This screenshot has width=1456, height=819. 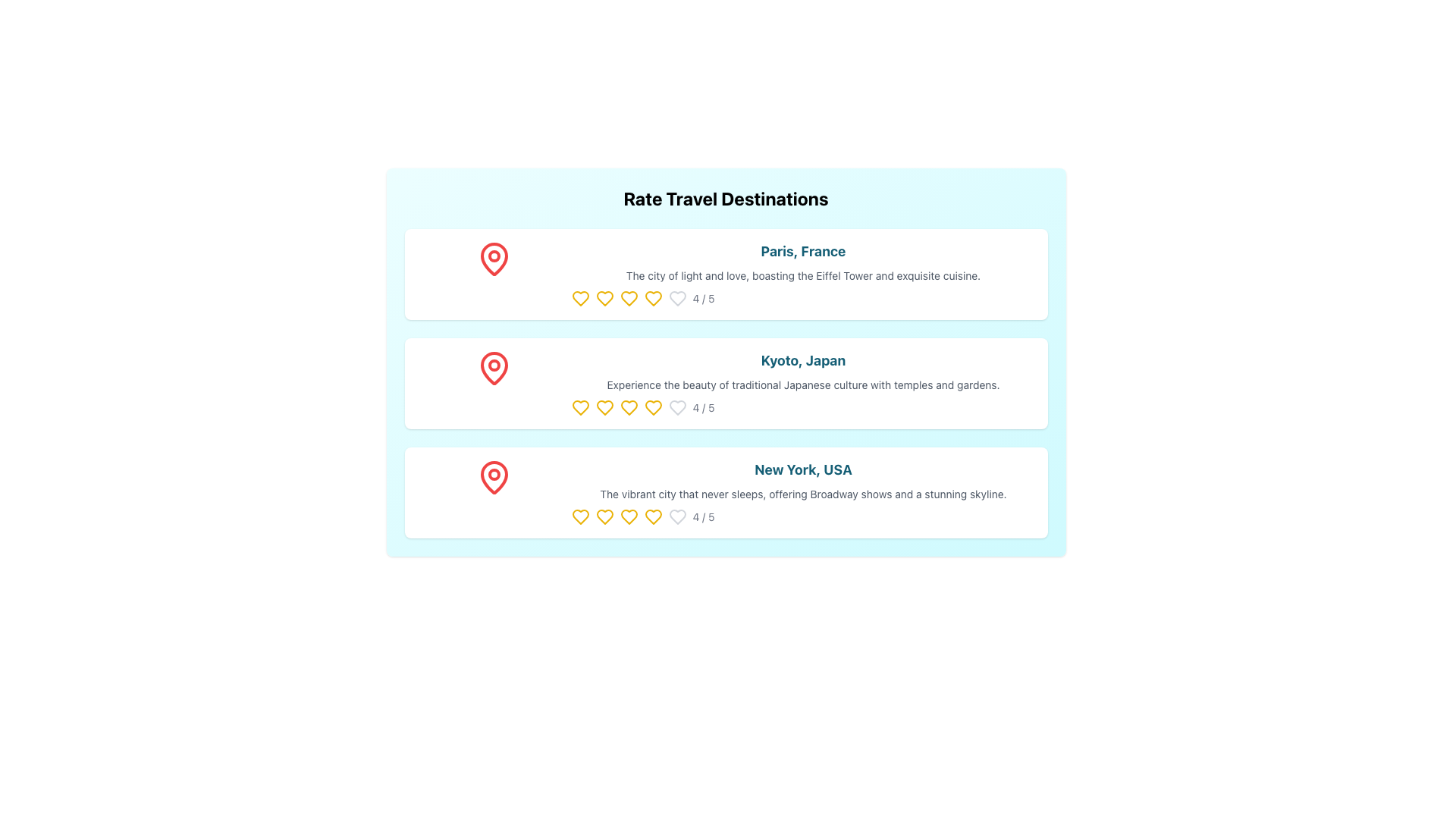 I want to click on the main content block of the destination card for 'New York, USA', which is the third card from the top in the vertical list of destination cards, for further actions or navigation, so click(x=802, y=493).